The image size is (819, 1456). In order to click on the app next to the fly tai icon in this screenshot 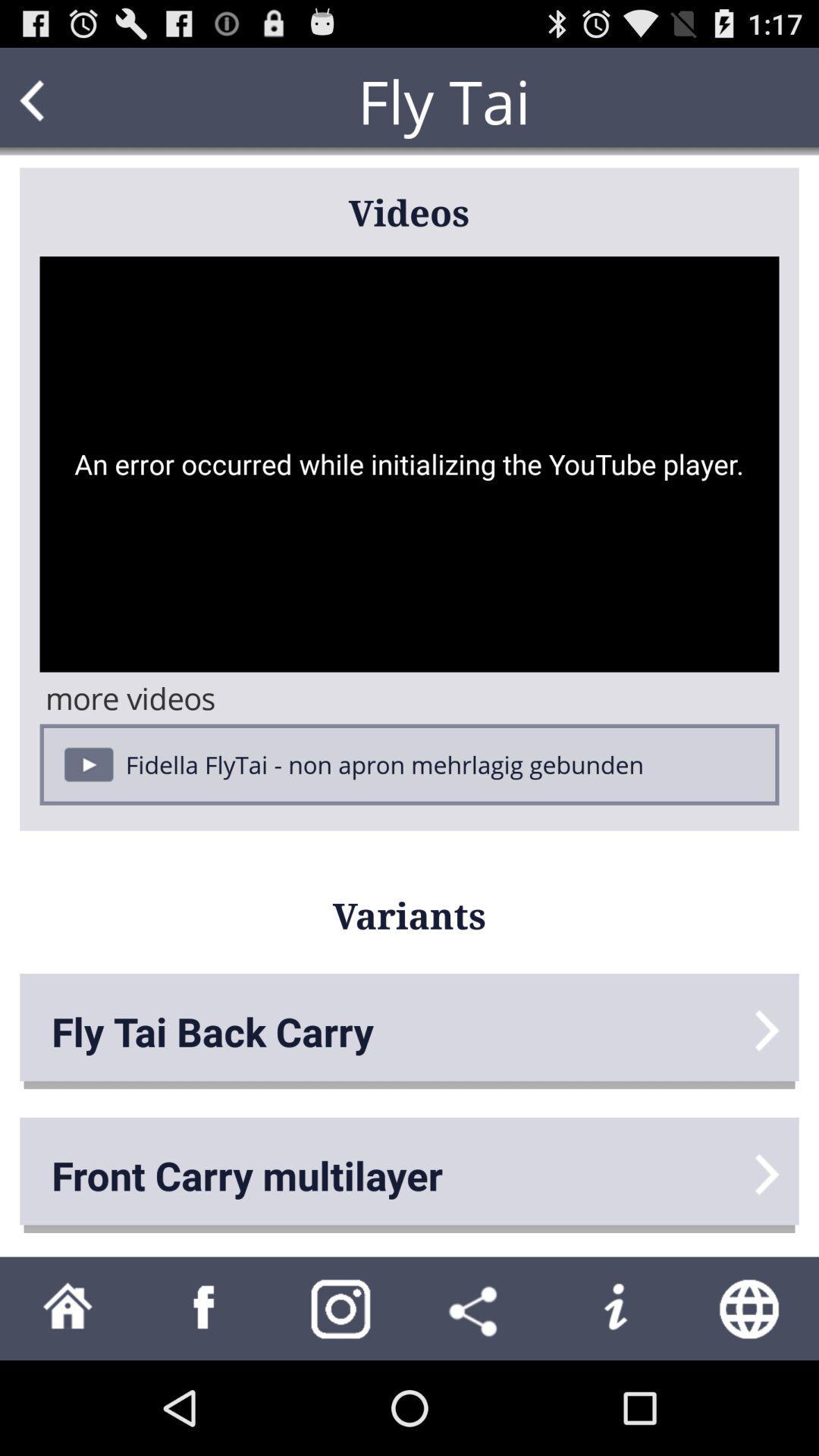, I will do `click(61, 100)`.